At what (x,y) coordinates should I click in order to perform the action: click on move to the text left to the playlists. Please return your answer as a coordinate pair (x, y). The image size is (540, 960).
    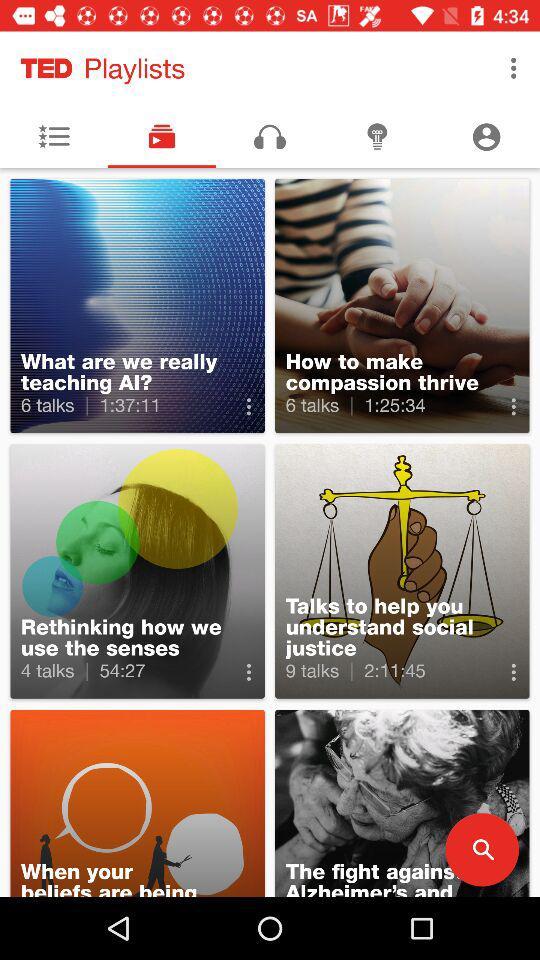
    Looking at the image, I should click on (47, 68).